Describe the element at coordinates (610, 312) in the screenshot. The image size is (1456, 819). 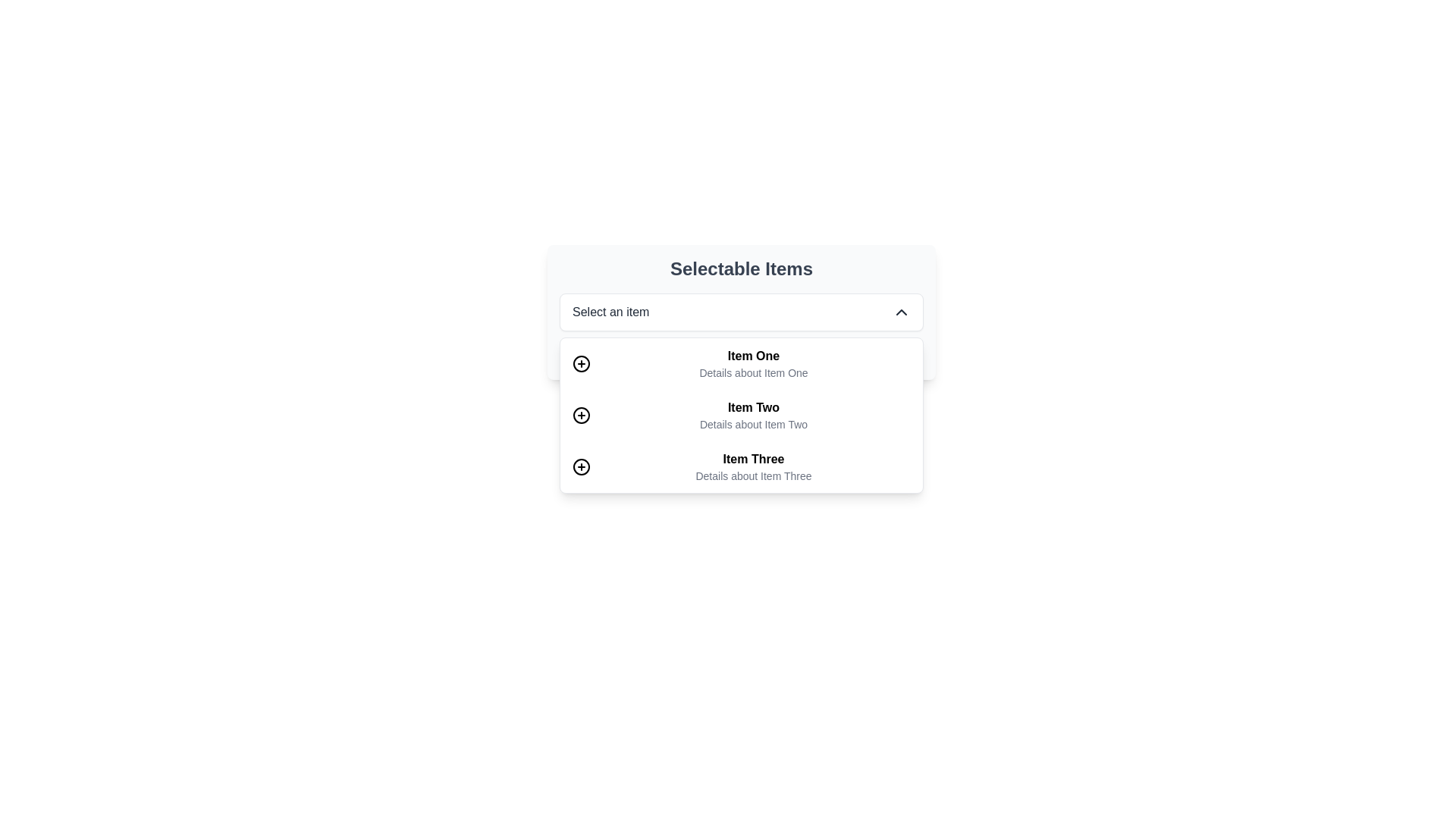
I see `the Text label located at the center-left of the dropdown component, which displays the current selection or a placeholder prompt, adjacent to the chevron icon` at that location.